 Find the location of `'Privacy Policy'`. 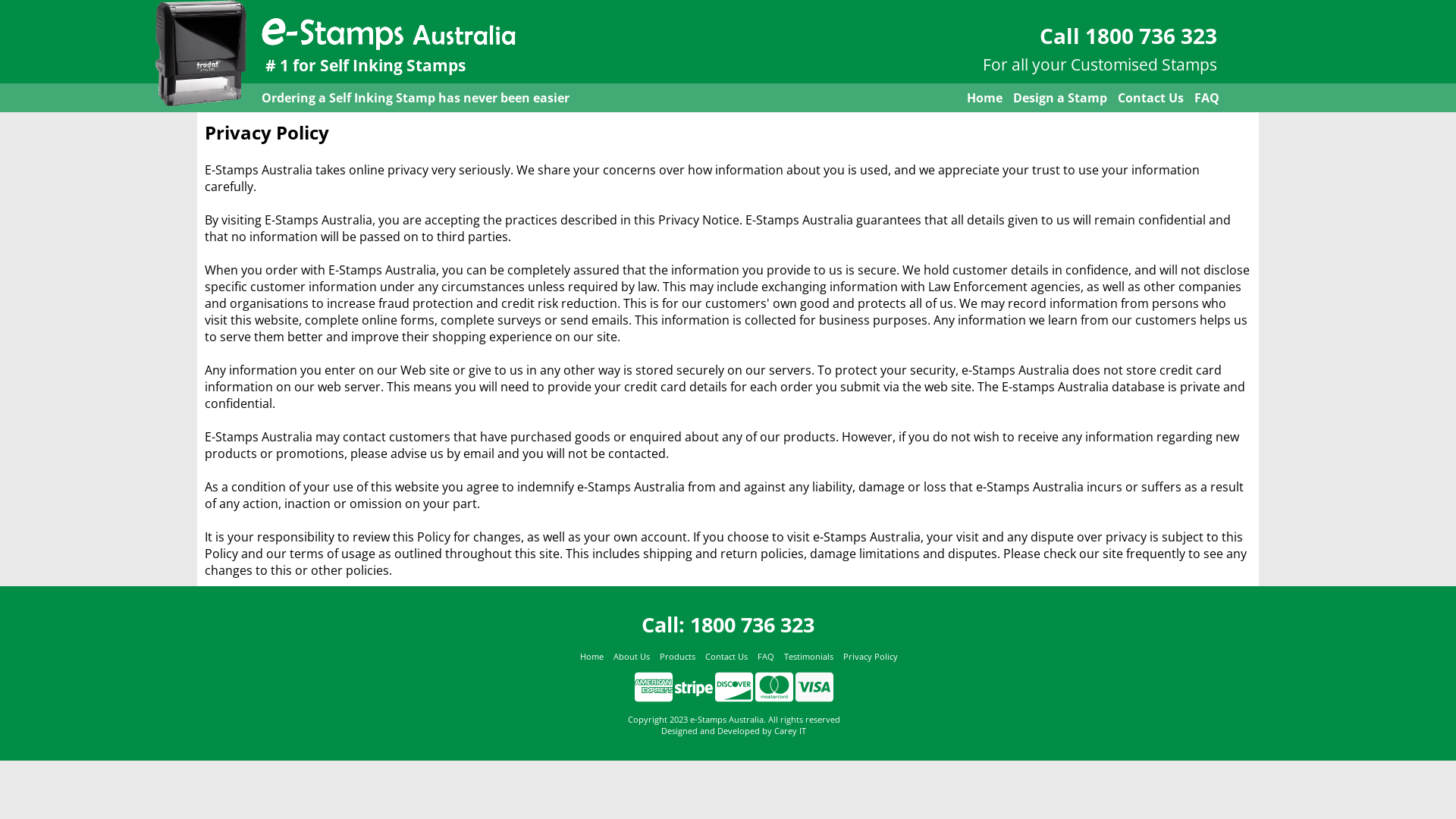

'Privacy Policy' is located at coordinates (870, 656).